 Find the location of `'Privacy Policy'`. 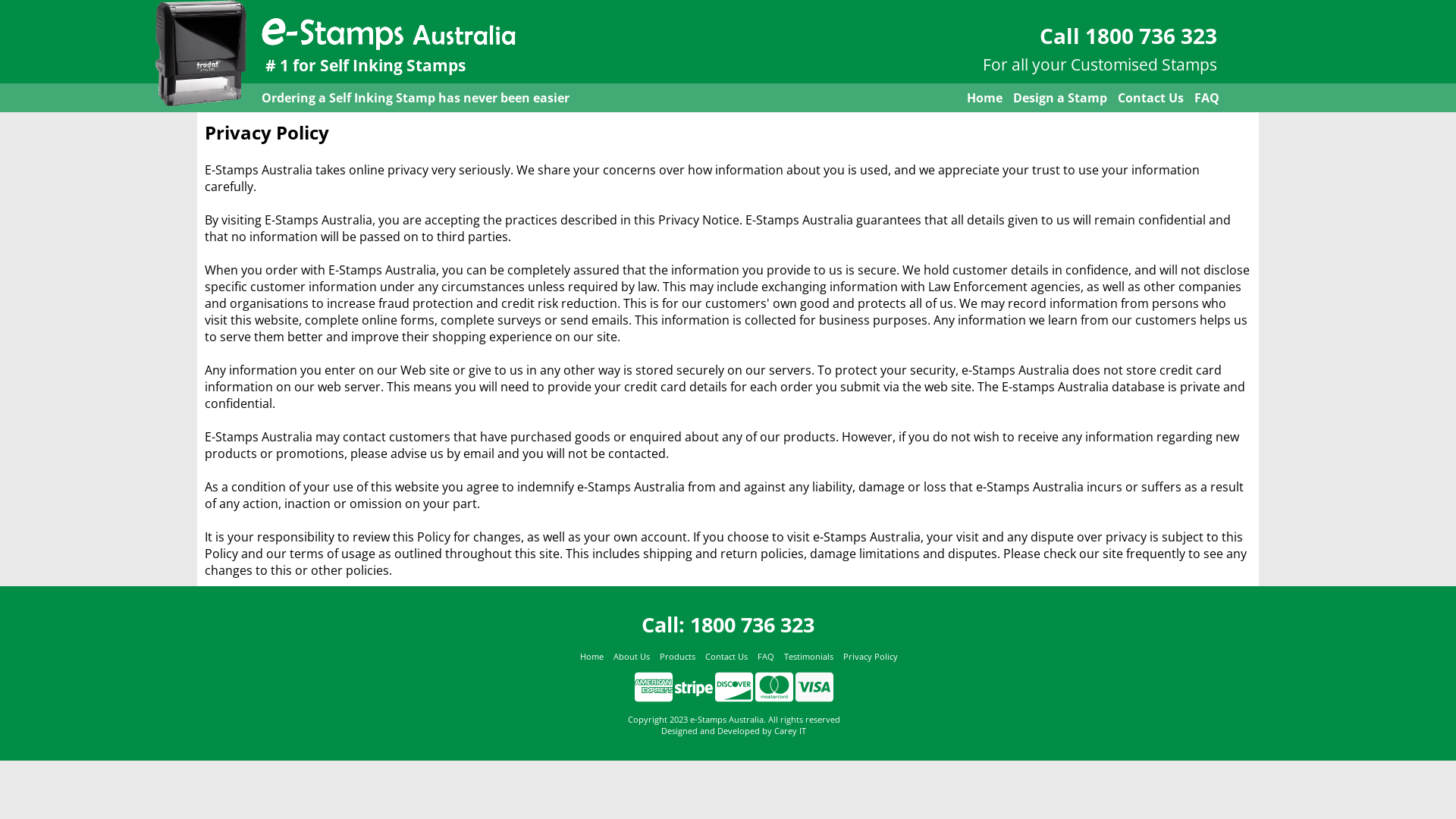

'Privacy Policy' is located at coordinates (870, 656).